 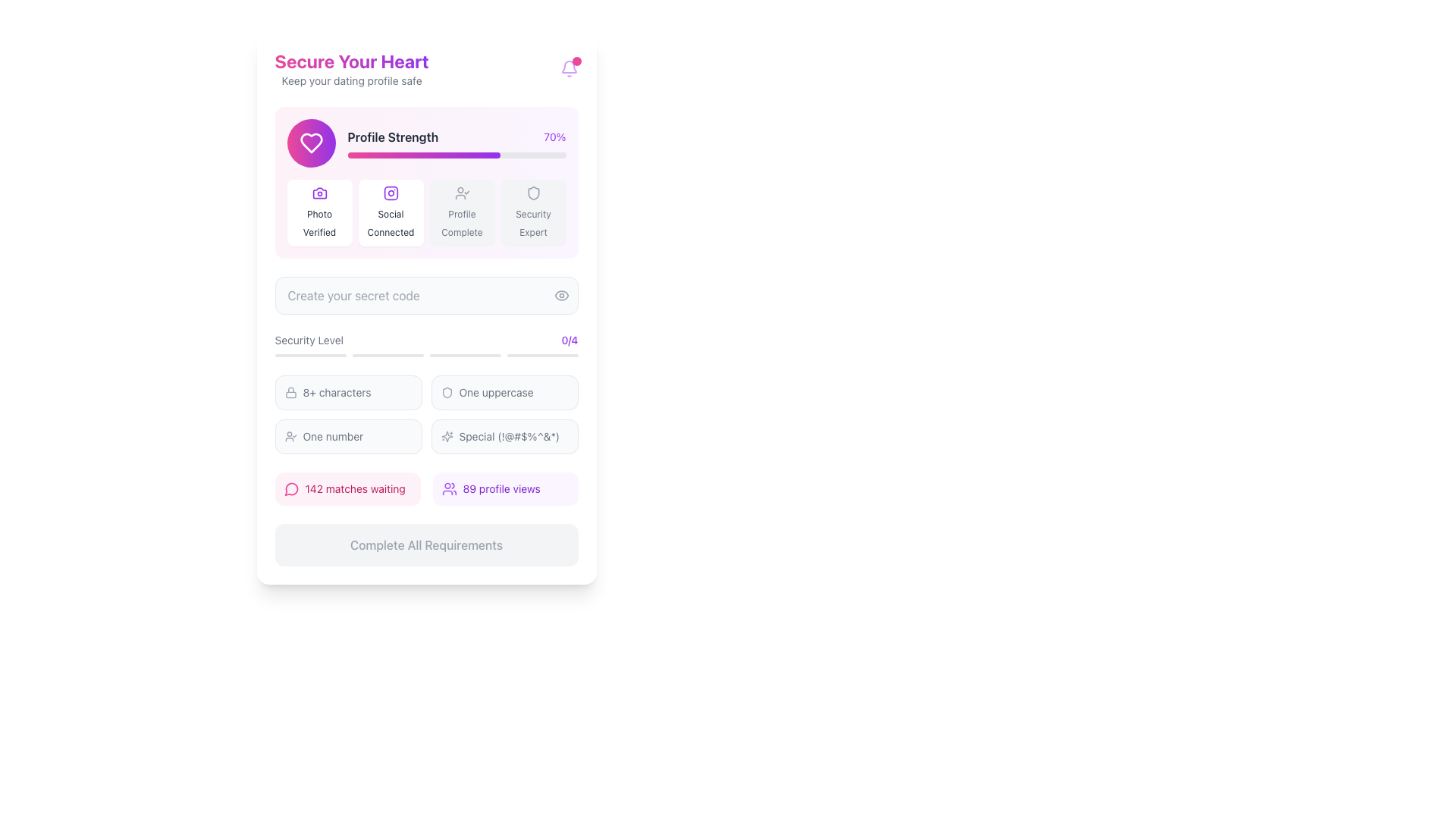 I want to click on the gray lock icon located to the left of the '8+ characters' text in the instructional list for security requirements, so click(x=290, y=391).